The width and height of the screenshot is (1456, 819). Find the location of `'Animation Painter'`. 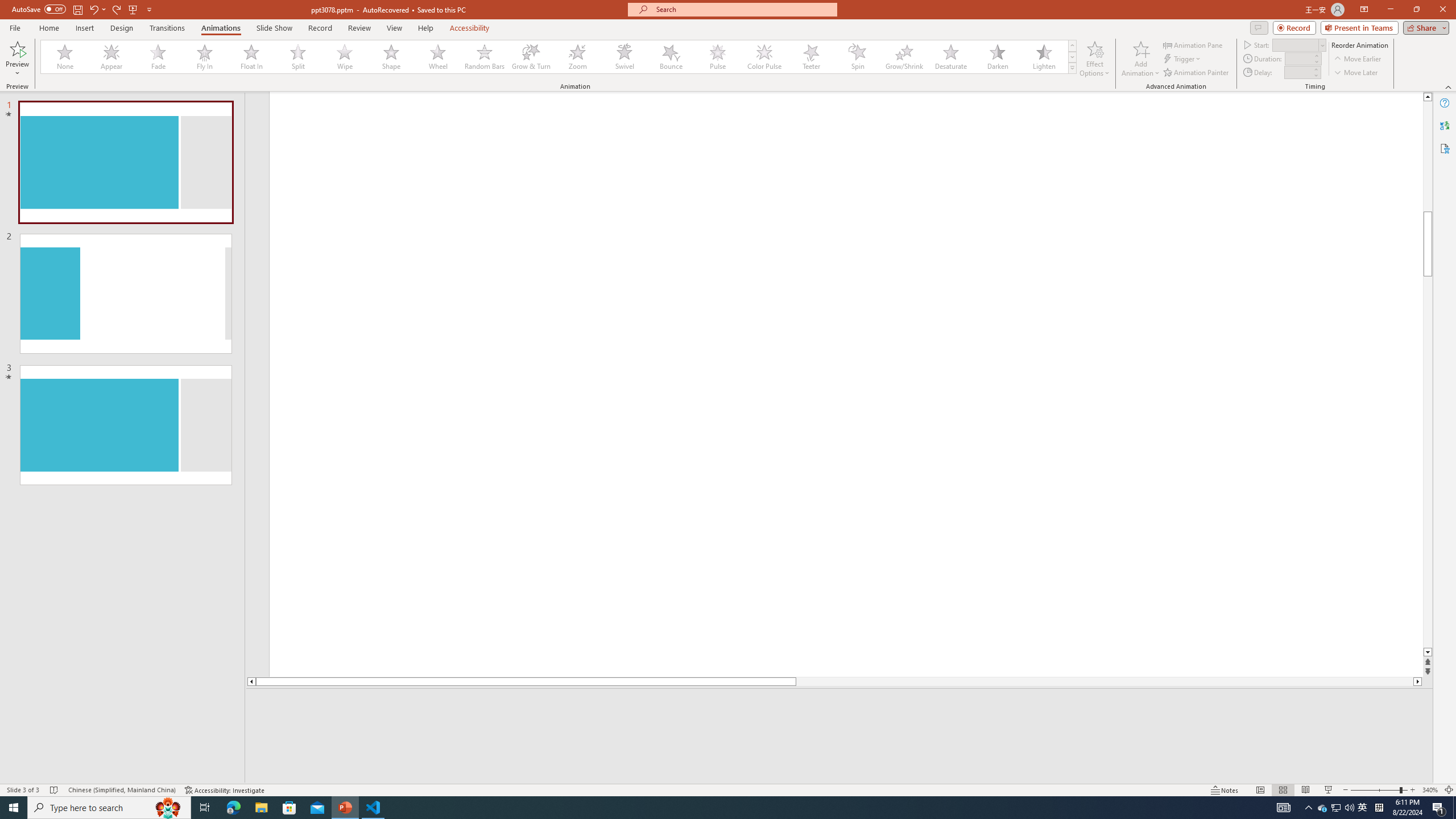

'Animation Painter' is located at coordinates (1196, 72).